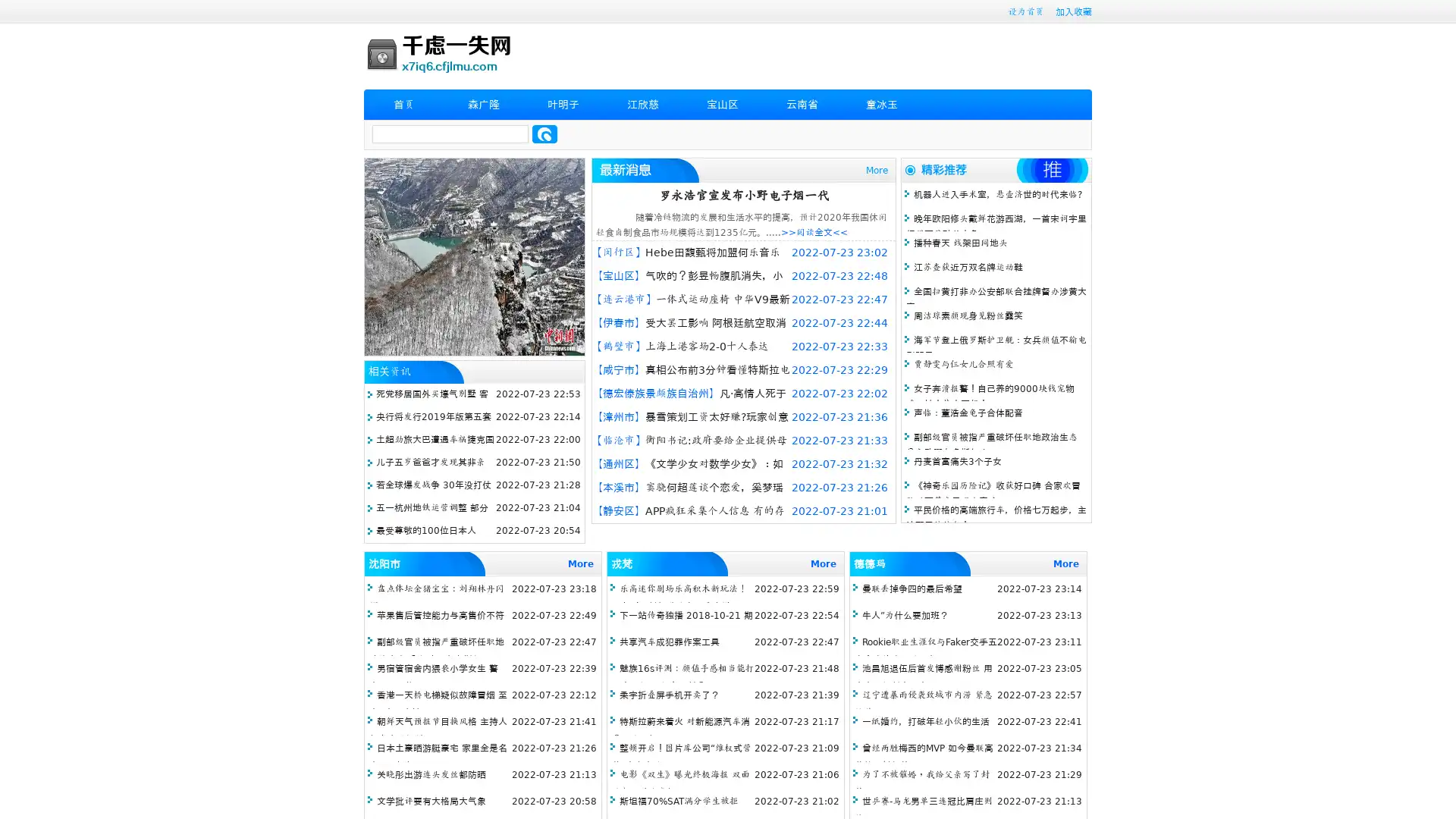  Describe the element at coordinates (544, 133) in the screenshot. I see `Search` at that location.